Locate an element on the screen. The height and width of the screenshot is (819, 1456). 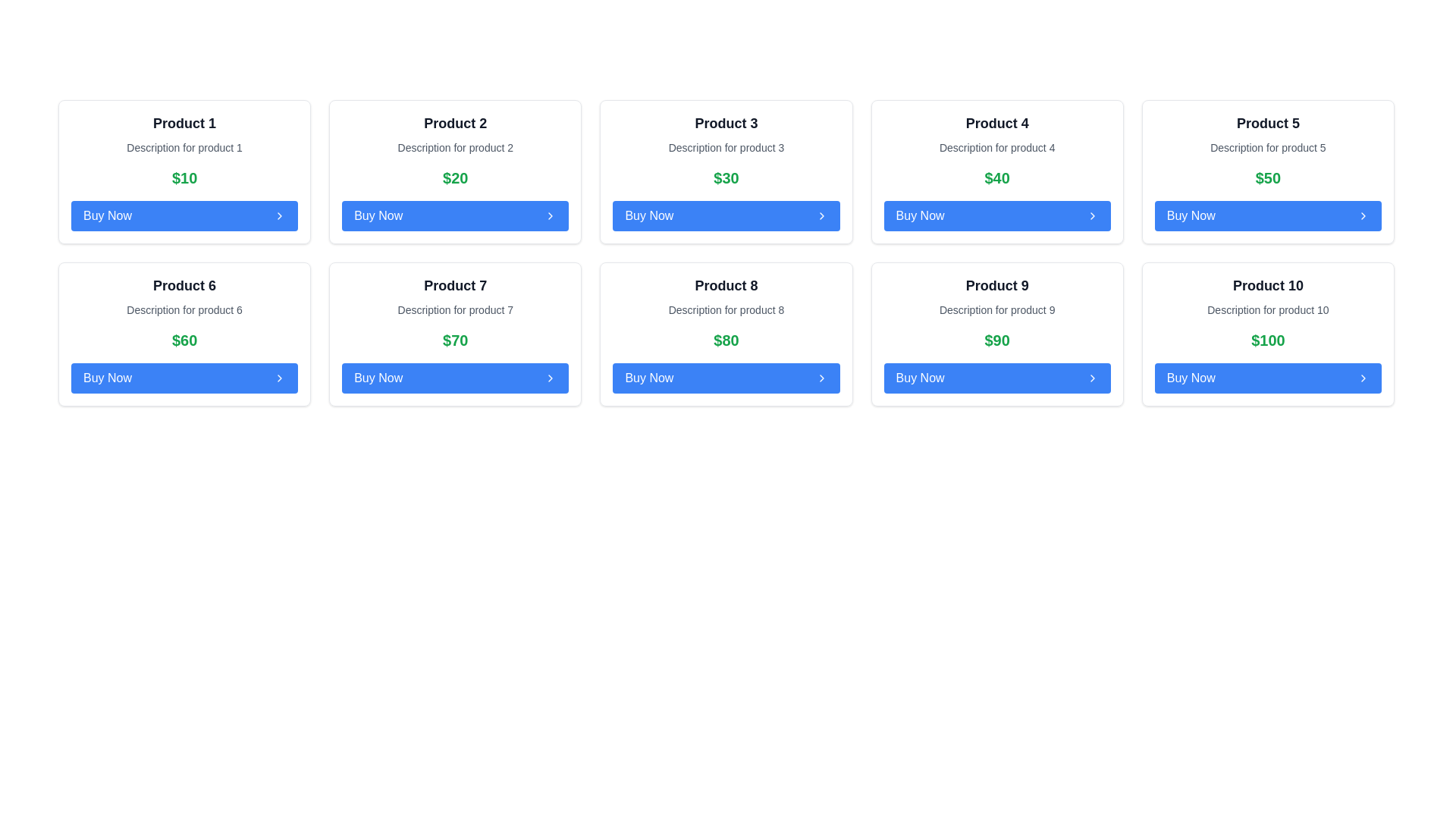
the chevron icon located at the far-right end of the 'Buy Now' button for Product 5 is located at coordinates (1363, 216).